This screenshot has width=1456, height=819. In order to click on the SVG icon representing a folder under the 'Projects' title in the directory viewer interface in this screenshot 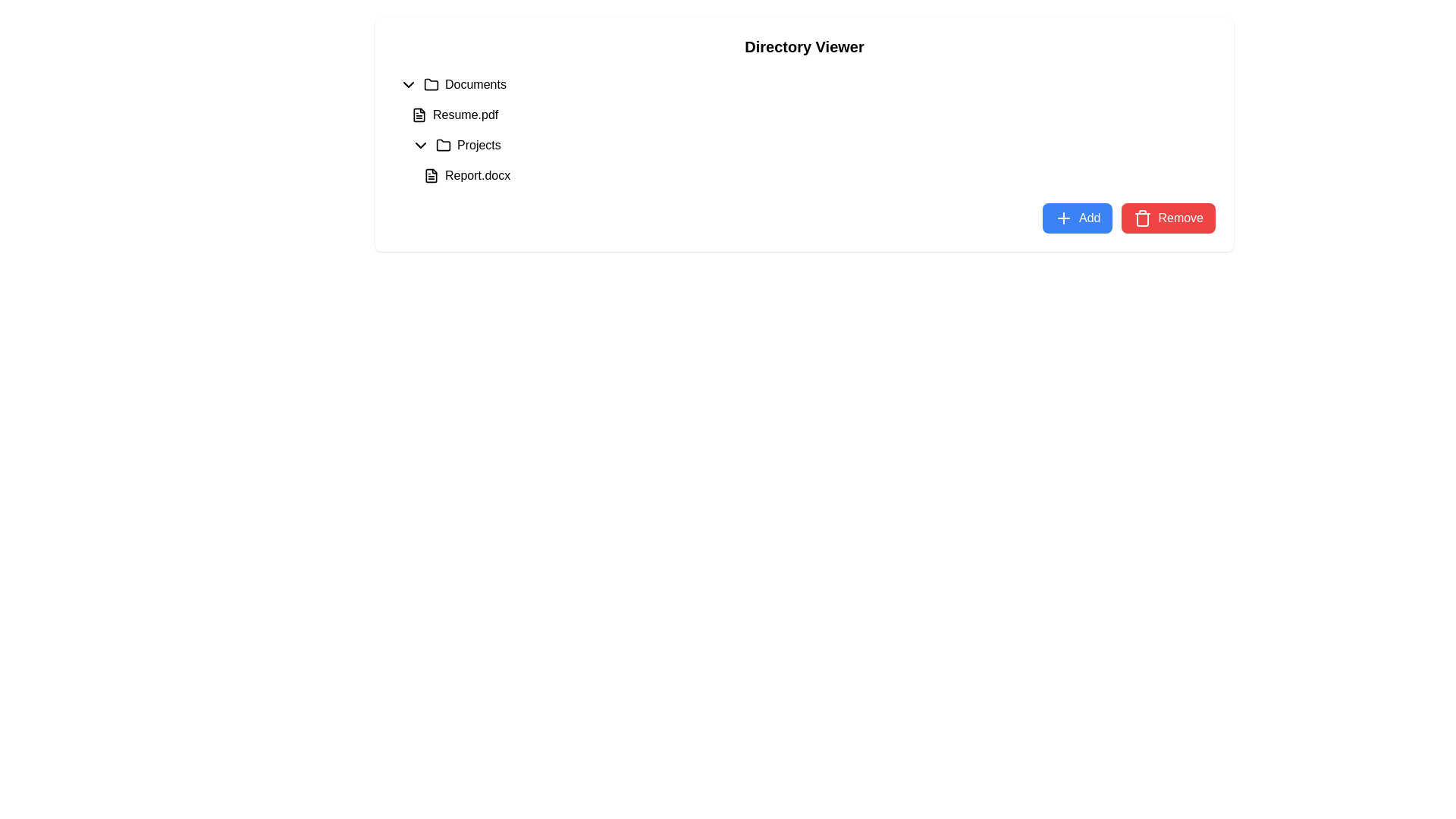, I will do `click(443, 145)`.